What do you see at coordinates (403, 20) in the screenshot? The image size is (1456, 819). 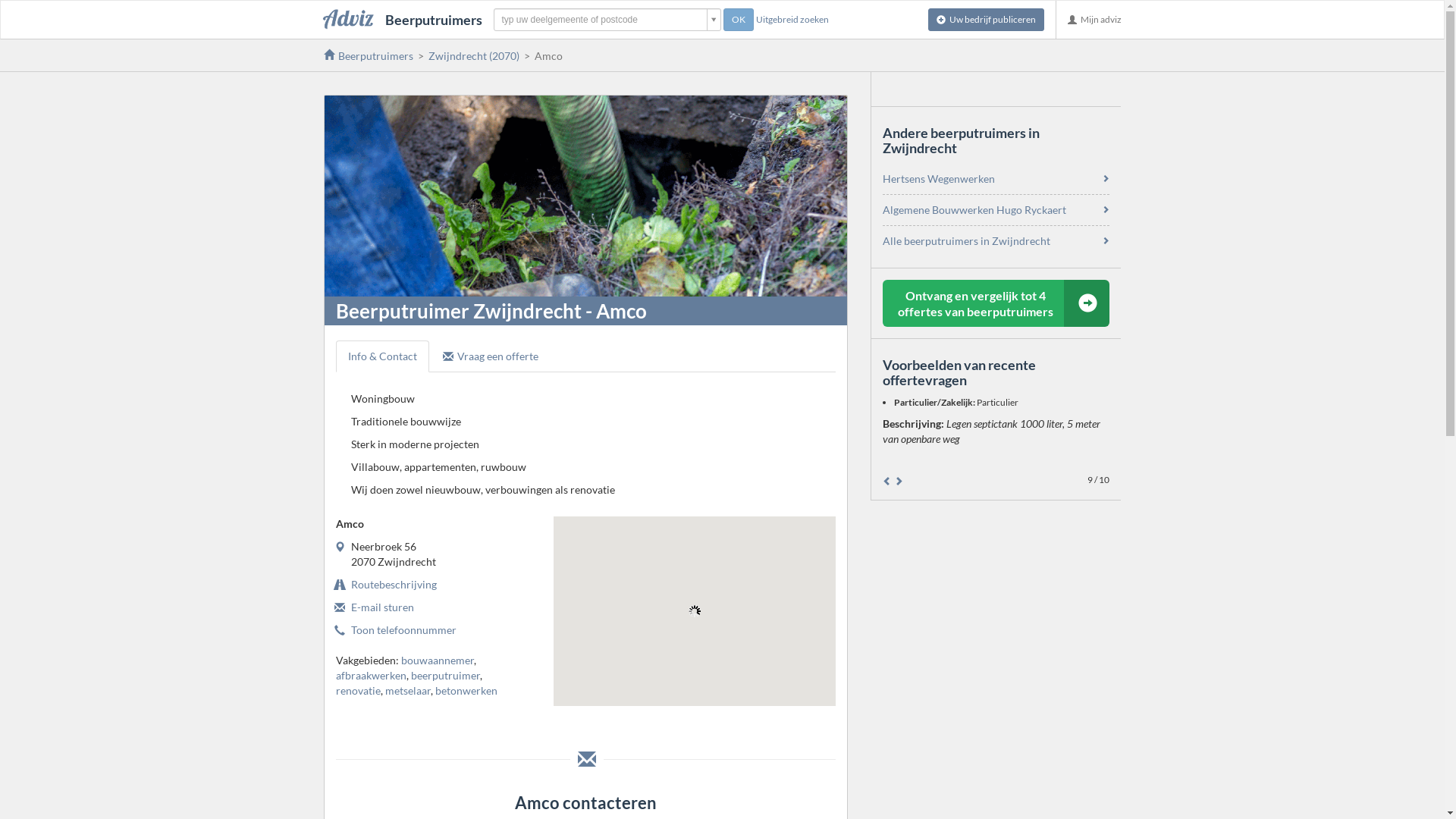 I see `'Beerputruimers'` at bounding box center [403, 20].